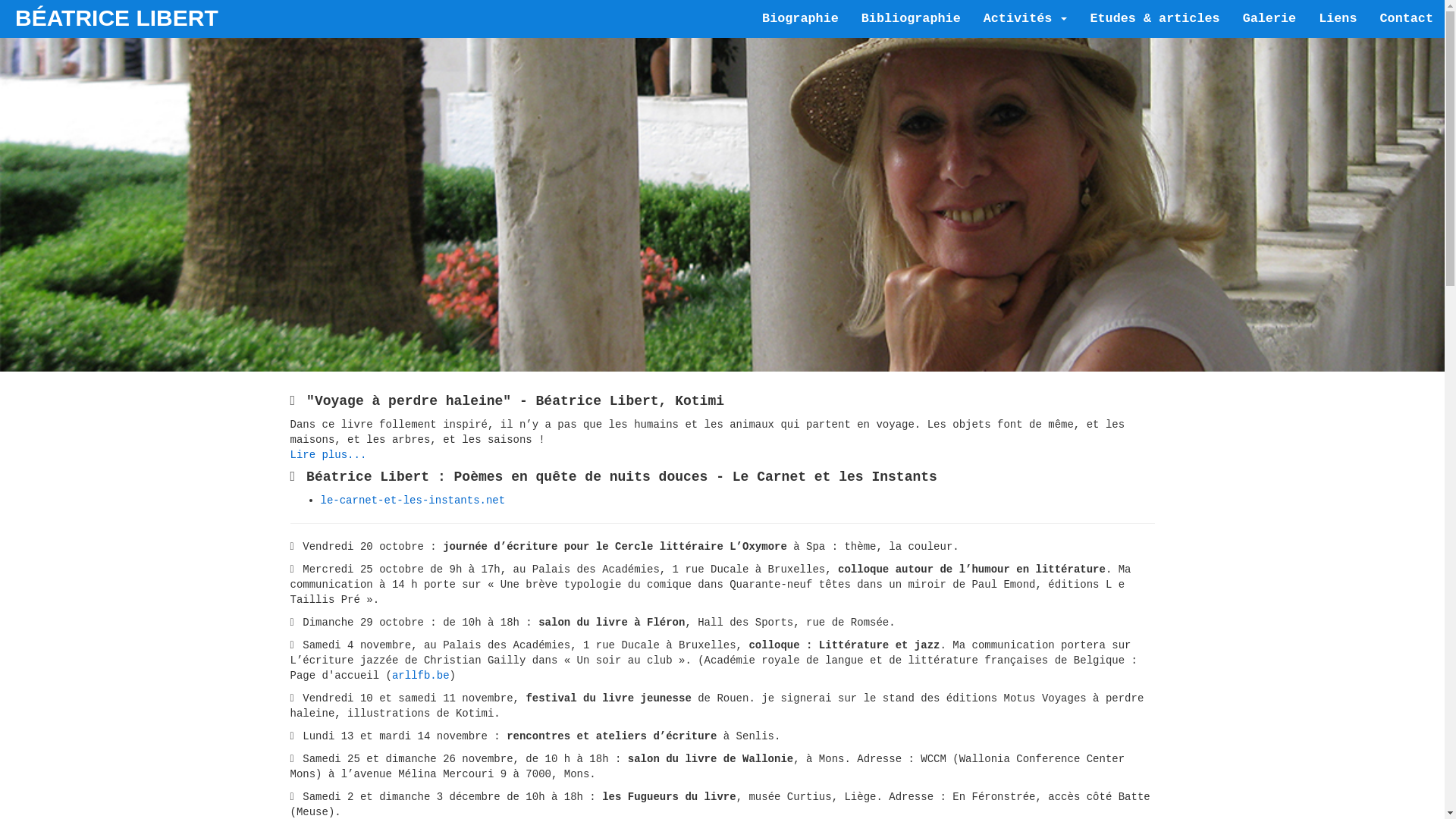 This screenshot has width=1456, height=819. Describe the element at coordinates (799, 18) in the screenshot. I see `'Biographie'` at that location.